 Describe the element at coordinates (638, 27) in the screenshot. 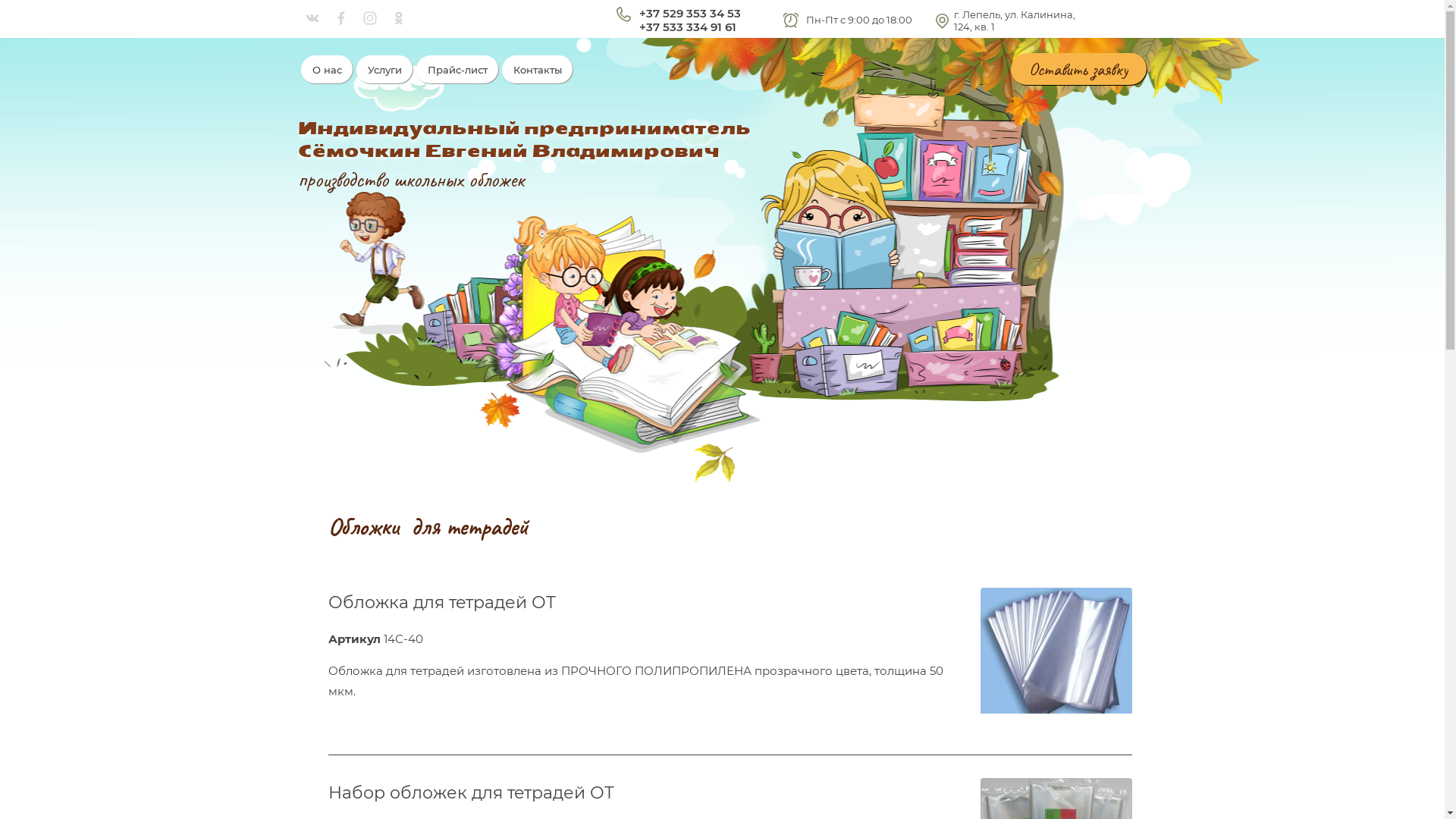

I see `'+37 533 334 91 61'` at that location.